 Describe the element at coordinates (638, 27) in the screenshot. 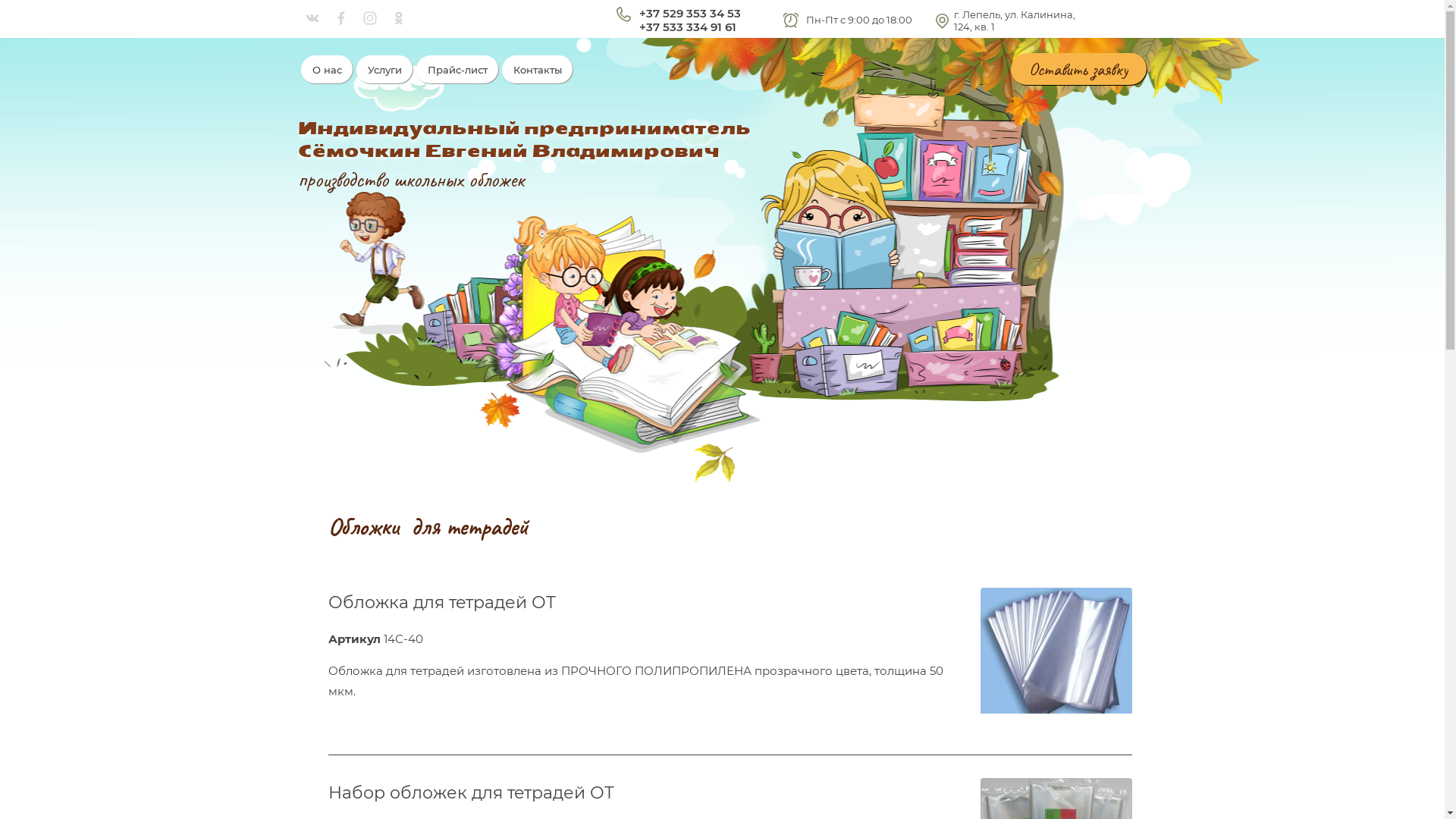

I see `'+37 533 334 91 61'` at that location.